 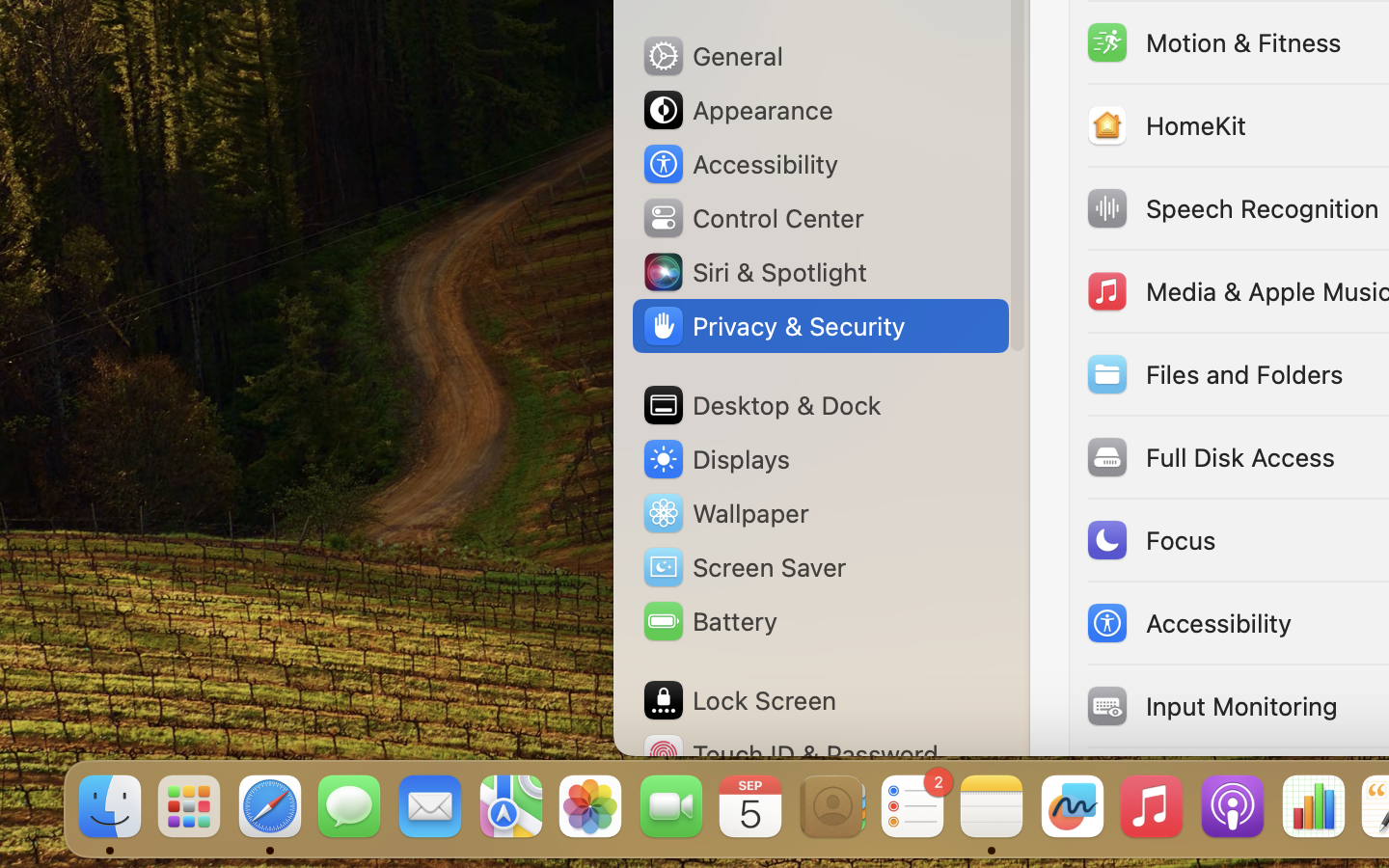 What do you see at coordinates (710, 54) in the screenshot?
I see `'General'` at bounding box center [710, 54].